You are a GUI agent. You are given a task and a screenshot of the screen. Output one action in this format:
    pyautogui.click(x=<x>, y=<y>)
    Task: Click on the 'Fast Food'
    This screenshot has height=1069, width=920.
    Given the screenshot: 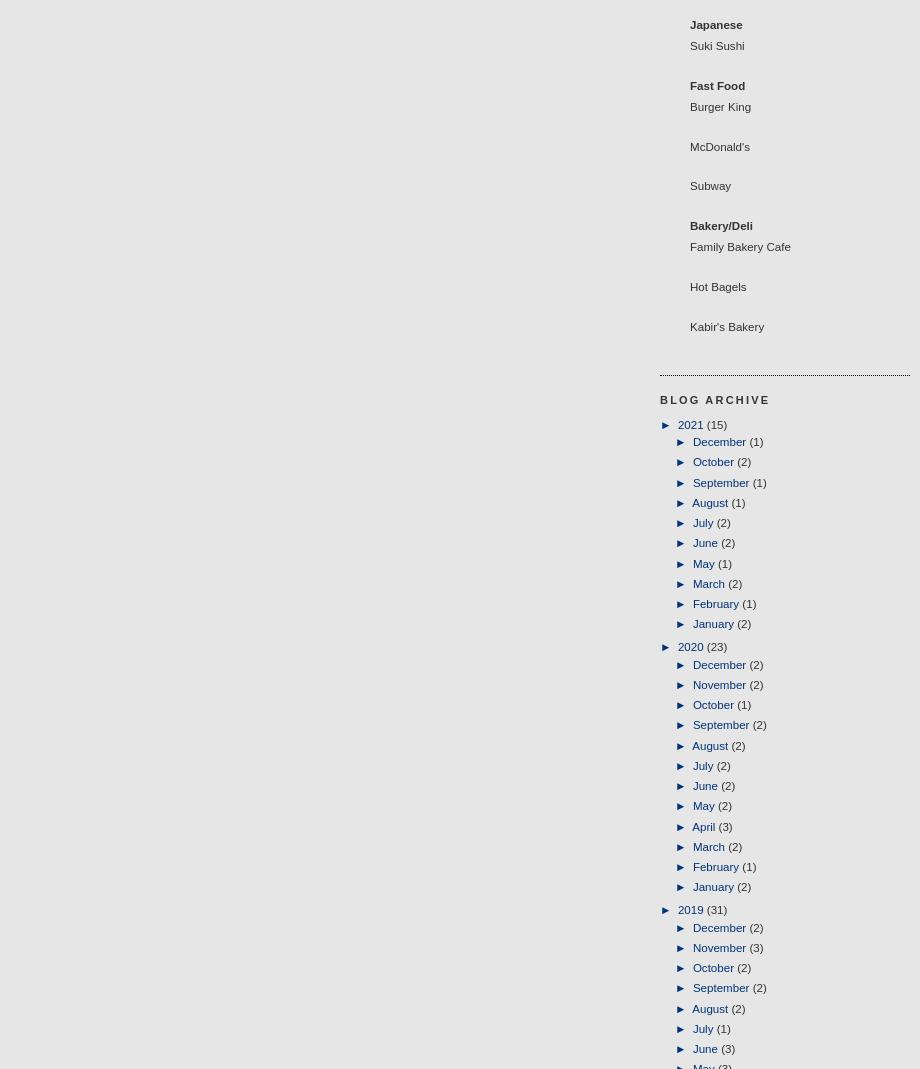 What is the action you would take?
    pyautogui.click(x=690, y=83)
    